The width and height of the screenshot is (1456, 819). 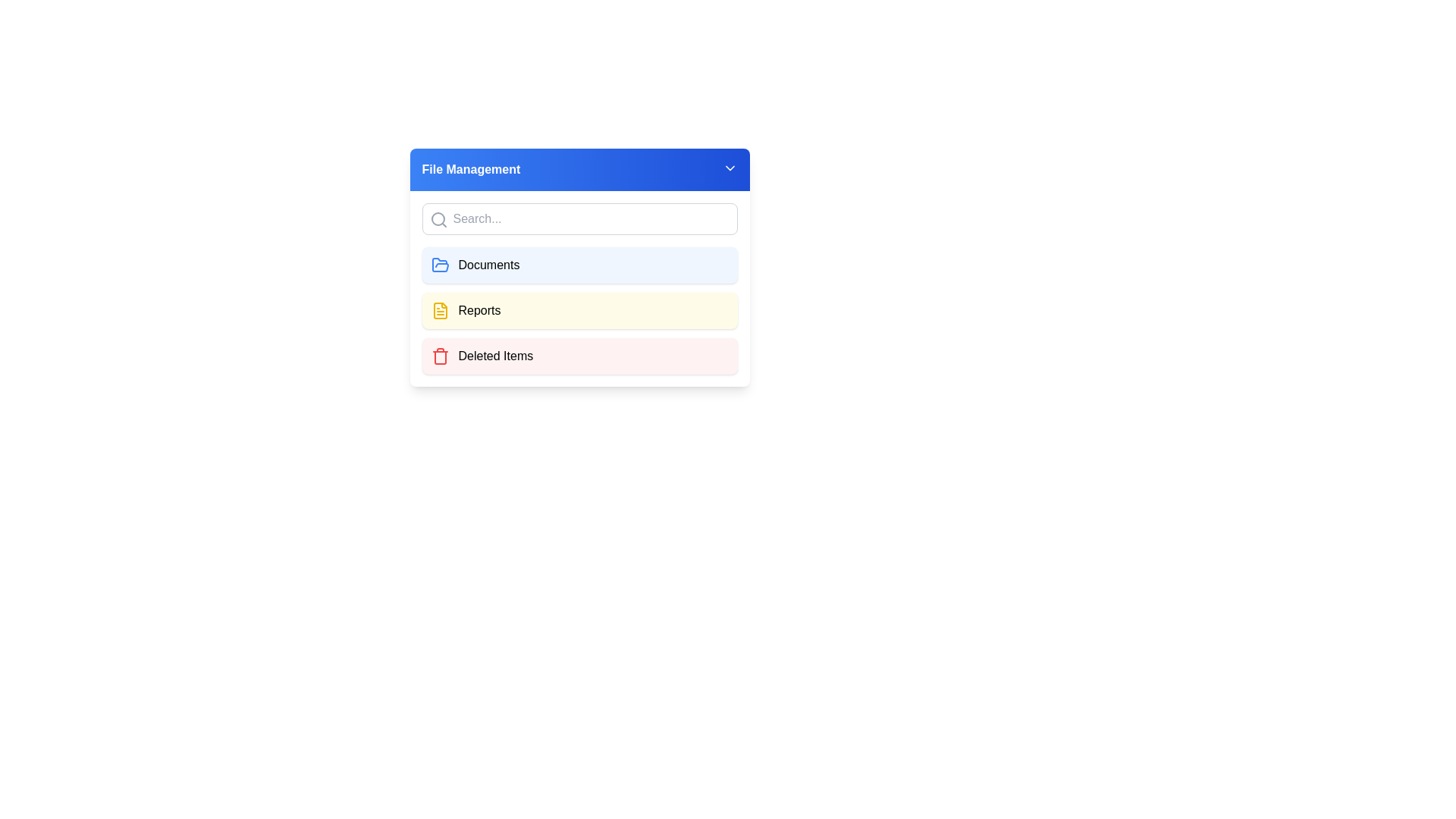 What do you see at coordinates (439, 356) in the screenshot?
I see `the representation of the trash bin icon, which is styled in red and located to the left of the 'Deleted Items' text label in the 'File Management' menu` at bounding box center [439, 356].